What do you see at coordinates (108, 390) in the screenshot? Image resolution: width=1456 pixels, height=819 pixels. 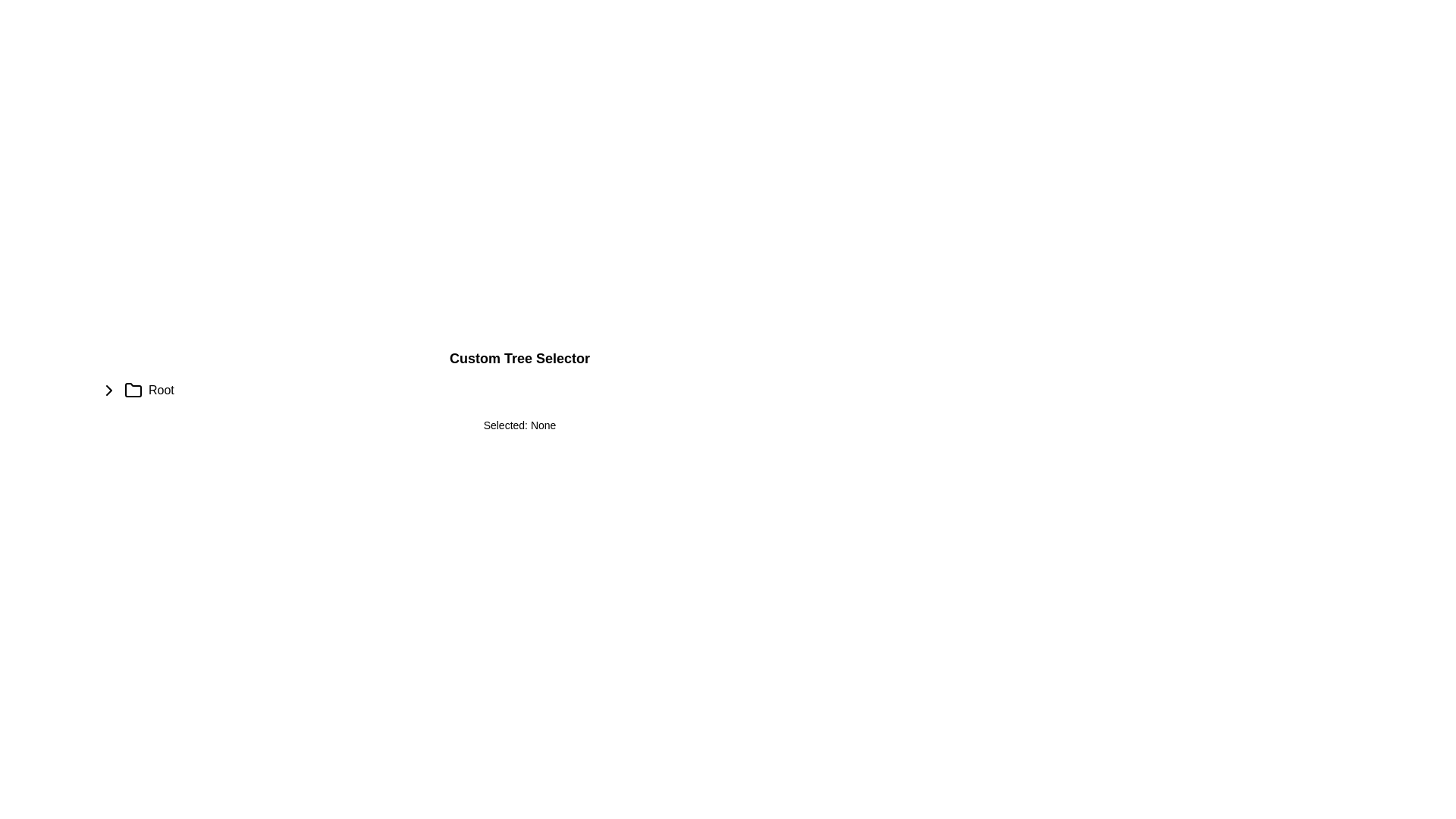 I see `the Chevron Arrow icon located next to the 'Root' text label` at bounding box center [108, 390].